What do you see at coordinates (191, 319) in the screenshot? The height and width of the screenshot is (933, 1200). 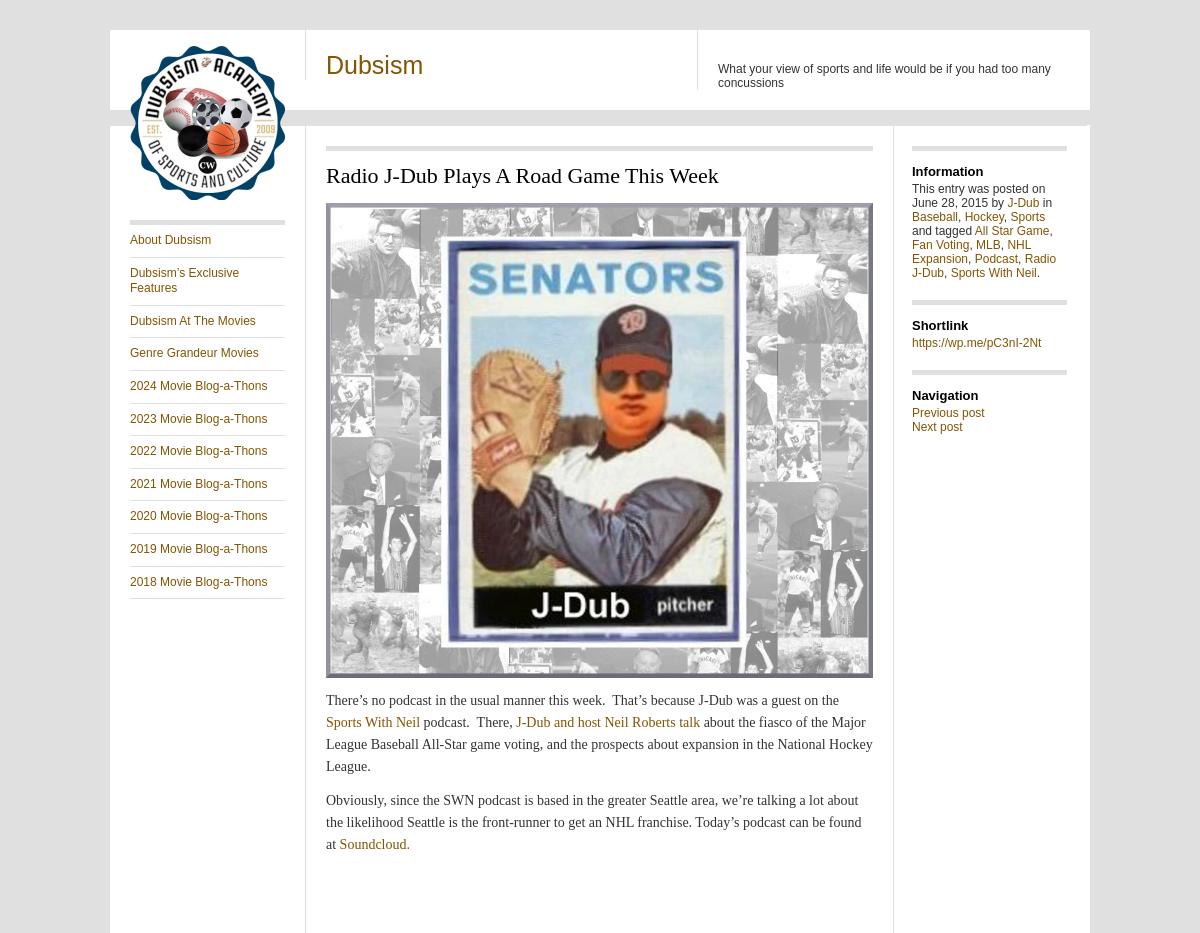 I see `'Dubsism At The Movies'` at bounding box center [191, 319].